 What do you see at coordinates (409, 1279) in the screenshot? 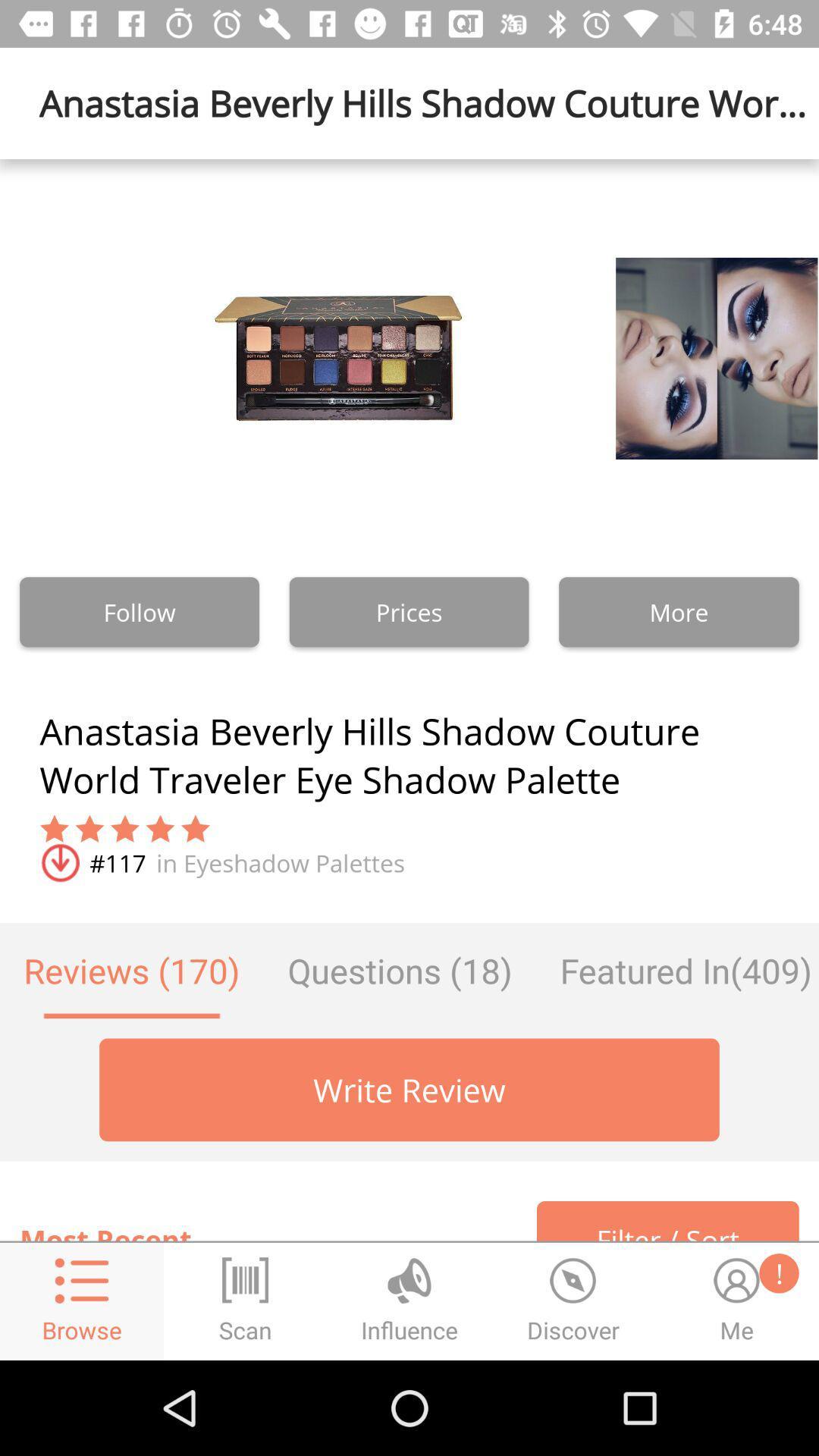
I see `the influence option` at bounding box center [409, 1279].